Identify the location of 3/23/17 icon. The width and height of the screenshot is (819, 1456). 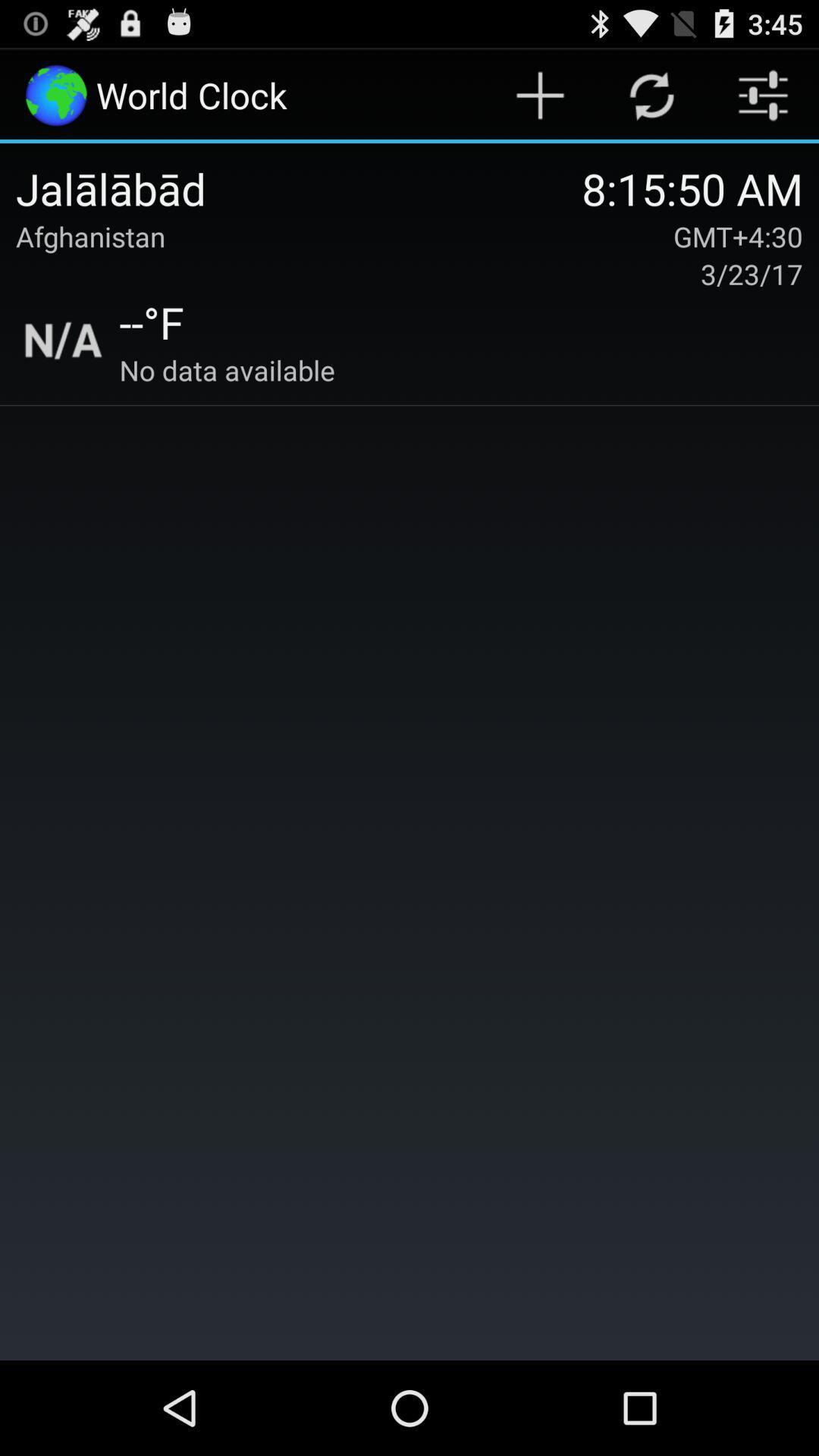
(752, 274).